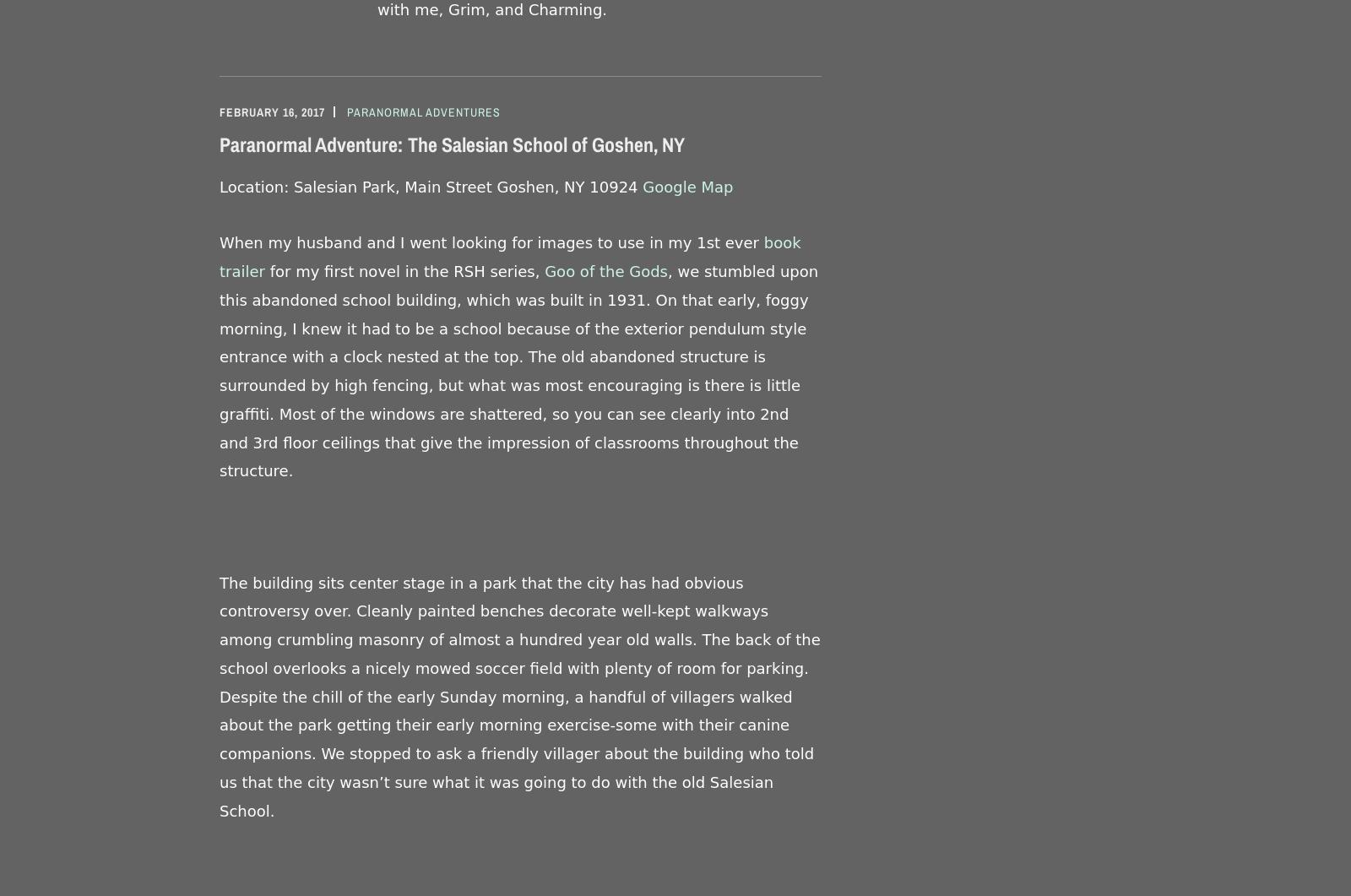 This screenshot has width=1351, height=896. What do you see at coordinates (519, 696) in the screenshot?
I see `'The building sits center stage in a park that the city has had obvious controversy over. Cleanly painted benches decorate well-kept walkways among crumbling masonry of almost a hundred year old walls. The back of the school overlooks a nicely mowed soccer field with plenty of room for parking. Despite the chill of the early Sunday morning, a handful of villagers walked about the park getting their early morning exercise-some with their canine companions. We stopped to ask a friendly villager about the building who told us that the city wasn’t sure what it was going to do with the old Salesian School.'` at bounding box center [519, 696].